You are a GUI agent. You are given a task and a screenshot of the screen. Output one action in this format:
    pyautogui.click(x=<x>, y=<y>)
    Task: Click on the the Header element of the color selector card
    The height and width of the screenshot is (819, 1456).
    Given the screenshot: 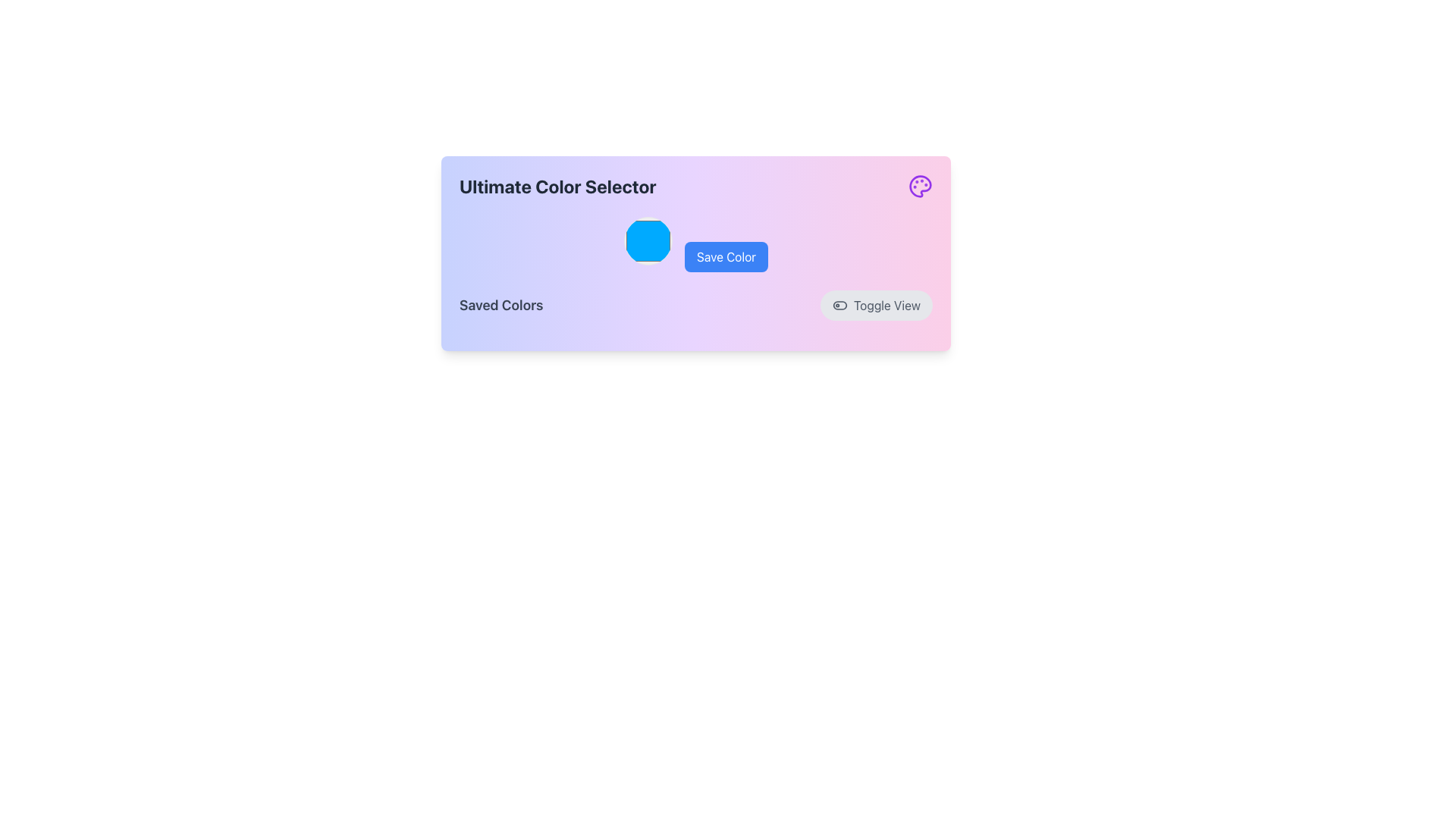 What is the action you would take?
    pyautogui.click(x=695, y=186)
    